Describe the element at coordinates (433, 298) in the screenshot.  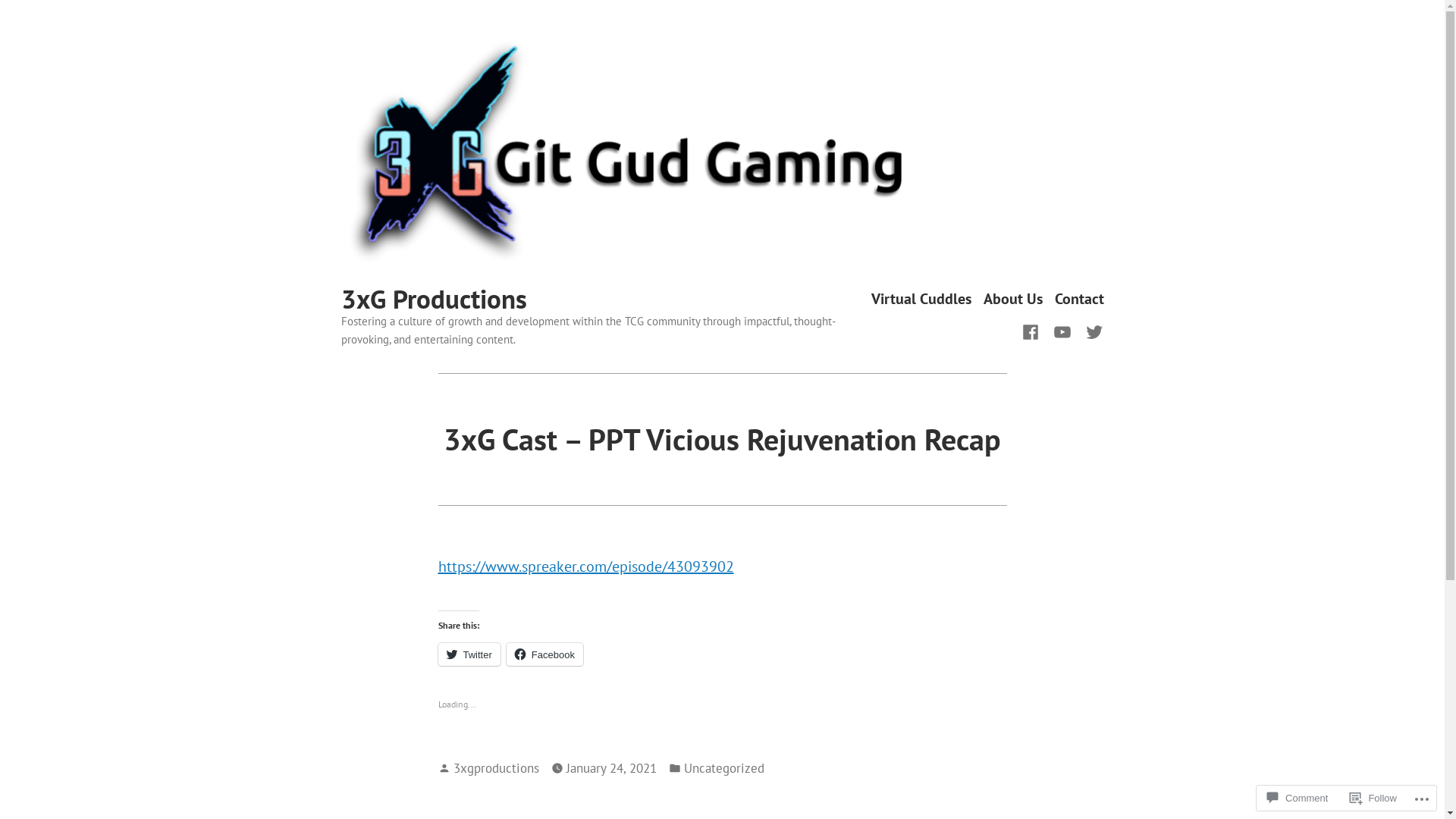
I see `'3xG Productions'` at that location.